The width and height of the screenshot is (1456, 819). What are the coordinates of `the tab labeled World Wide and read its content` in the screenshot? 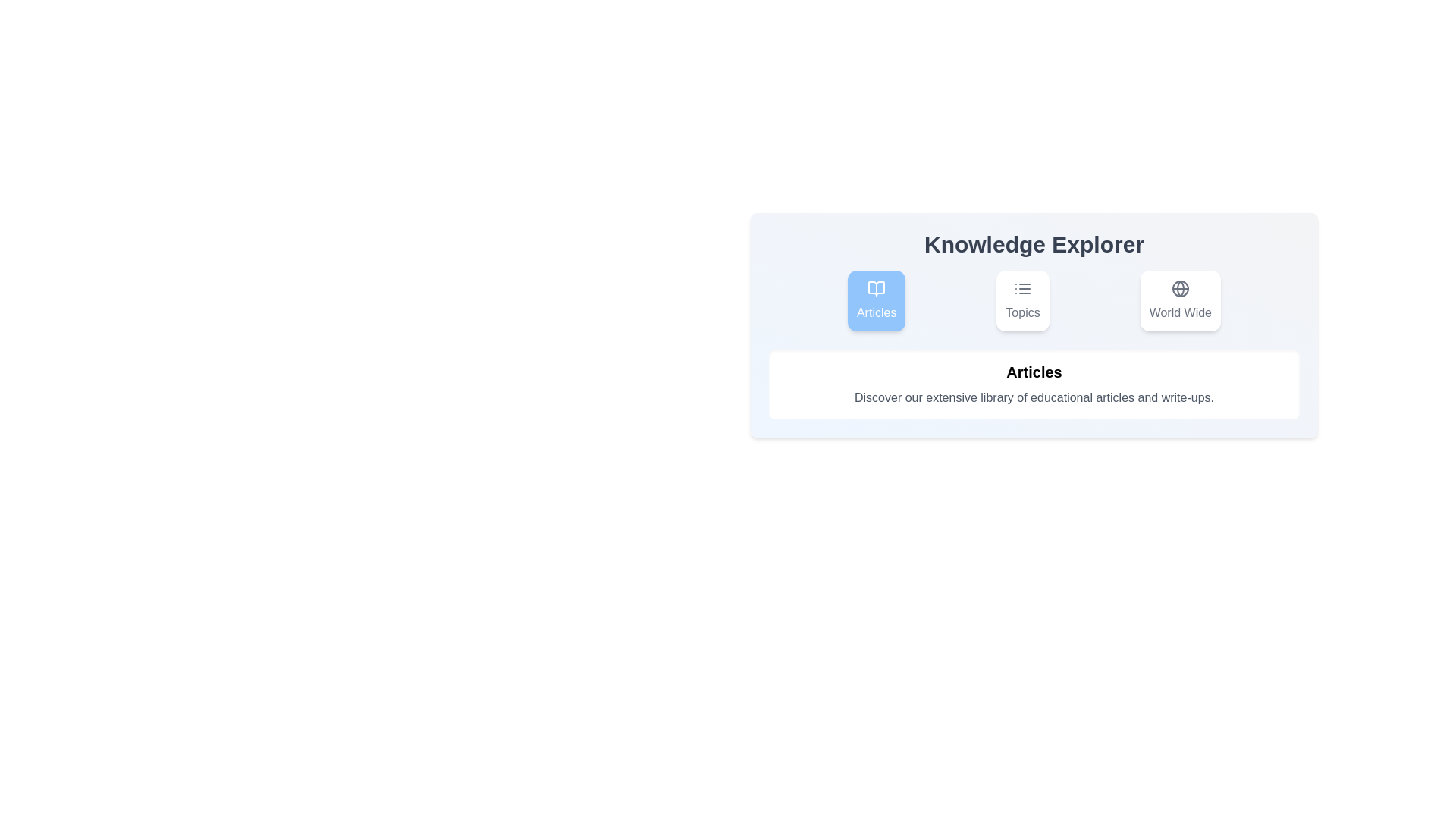 It's located at (1179, 301).